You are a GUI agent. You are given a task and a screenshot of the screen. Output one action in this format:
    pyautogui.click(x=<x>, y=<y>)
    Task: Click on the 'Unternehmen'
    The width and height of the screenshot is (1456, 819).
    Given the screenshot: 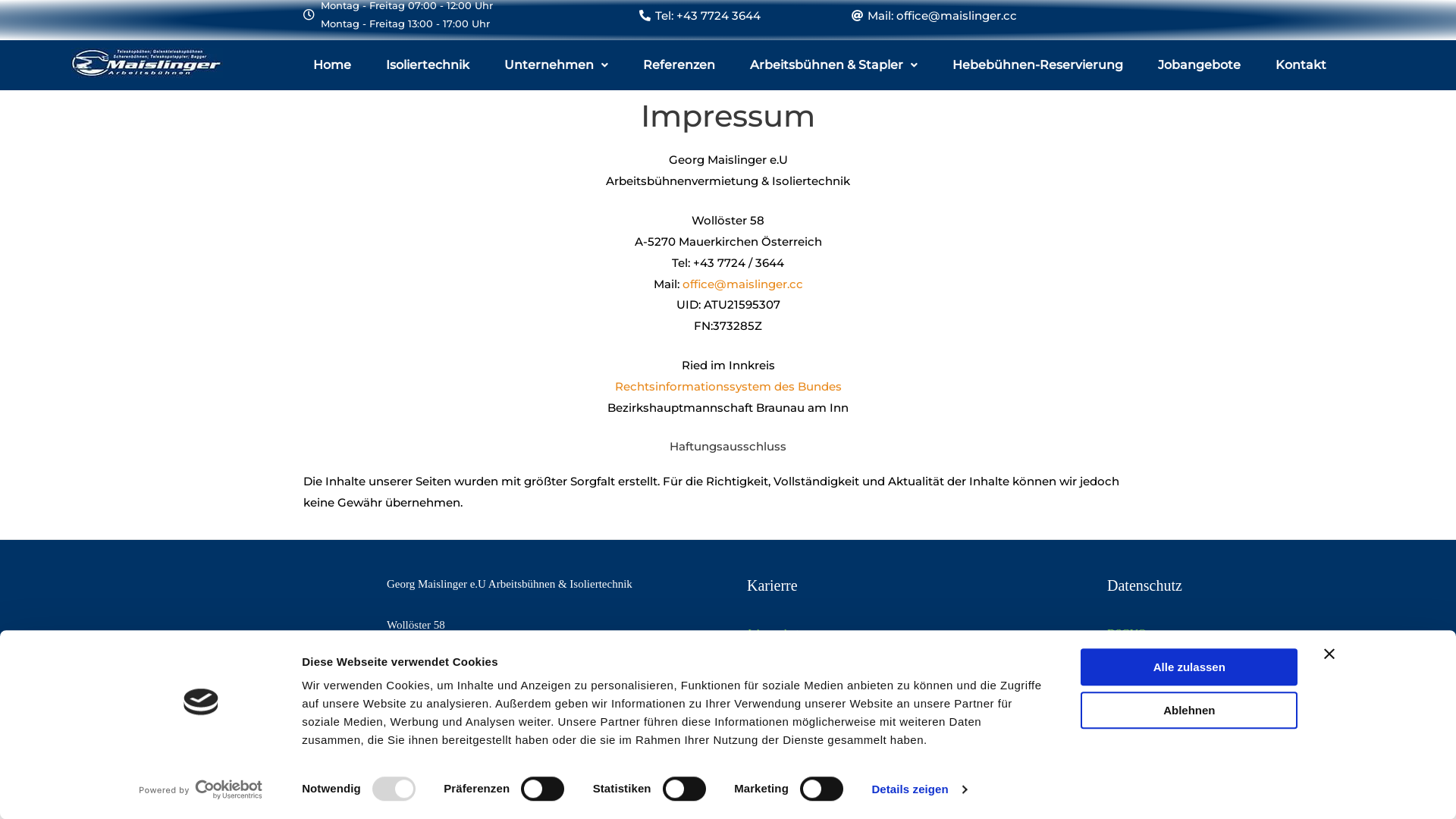 What is the action you would take?
    pyautogui.click(x=555, y=64)
    